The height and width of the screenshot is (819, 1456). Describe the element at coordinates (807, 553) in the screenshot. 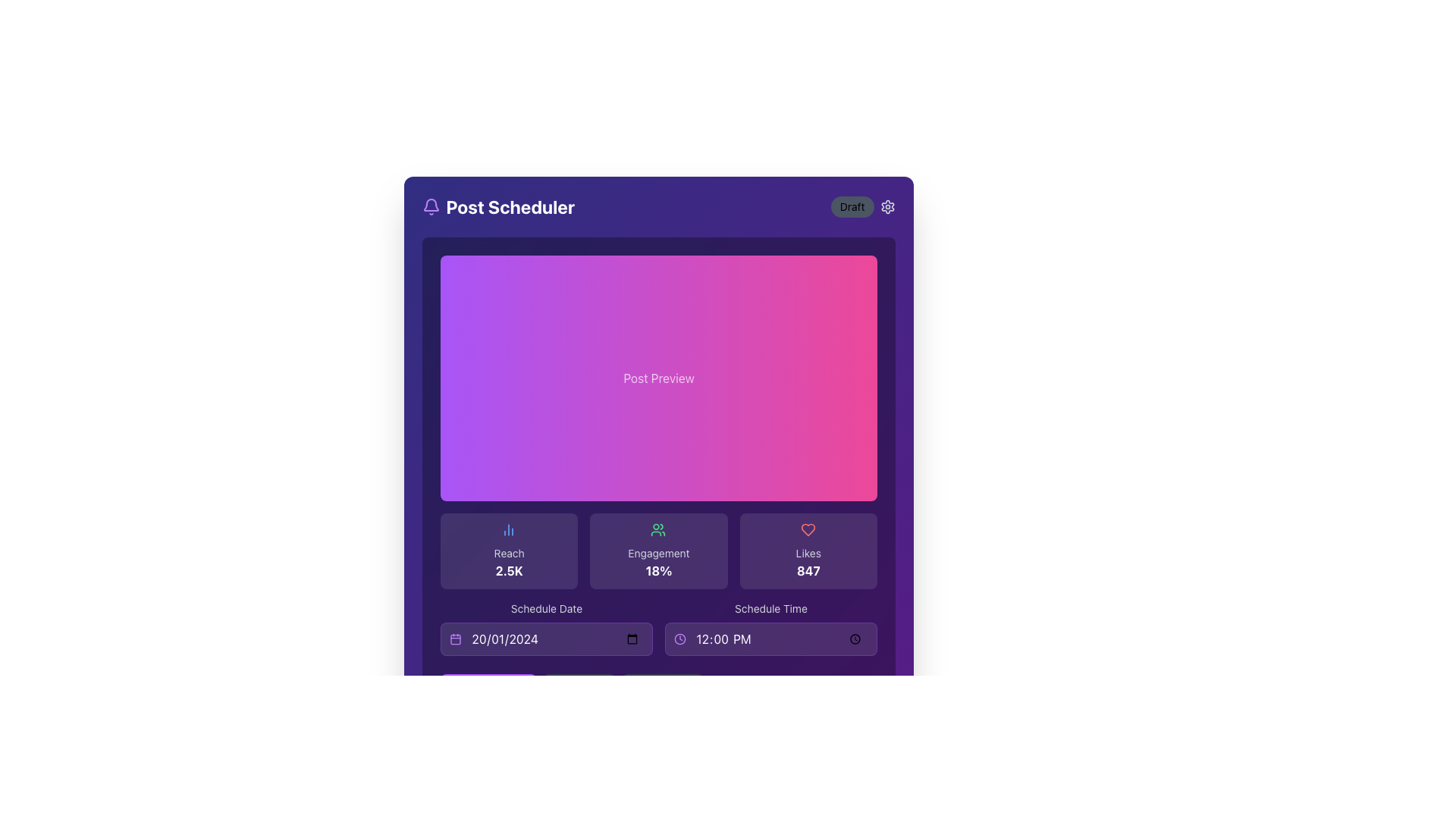

I see `the 'Likes' label text, which is displayed in a small gray font within a card, located at the far right of four cards at the bottom of the interface, positioned below a red heart icon and above the number '847'` at that location.